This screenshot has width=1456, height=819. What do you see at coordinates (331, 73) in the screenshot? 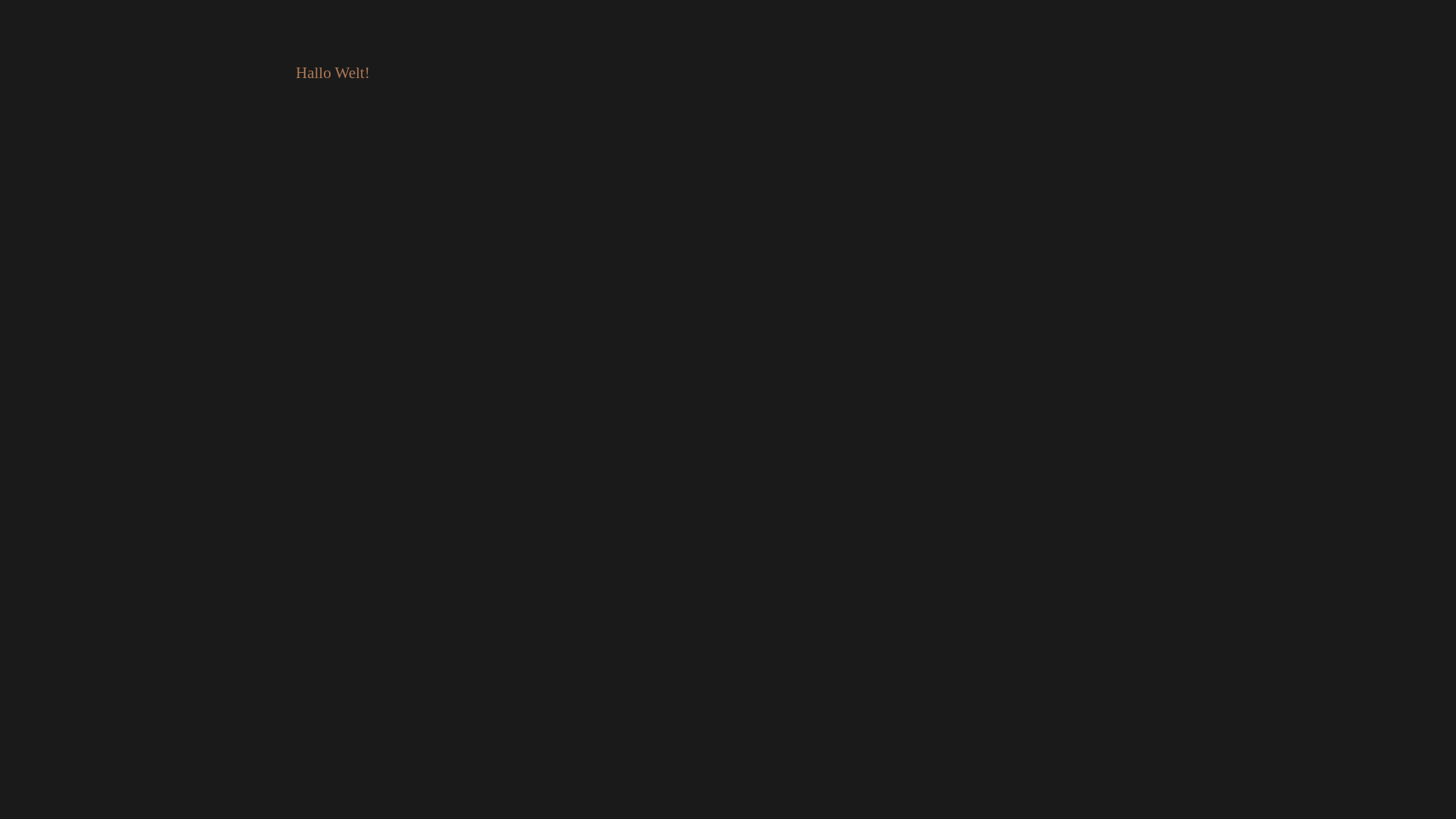
I see `'Hallo Welt!'` at bounding box center [331, 73].